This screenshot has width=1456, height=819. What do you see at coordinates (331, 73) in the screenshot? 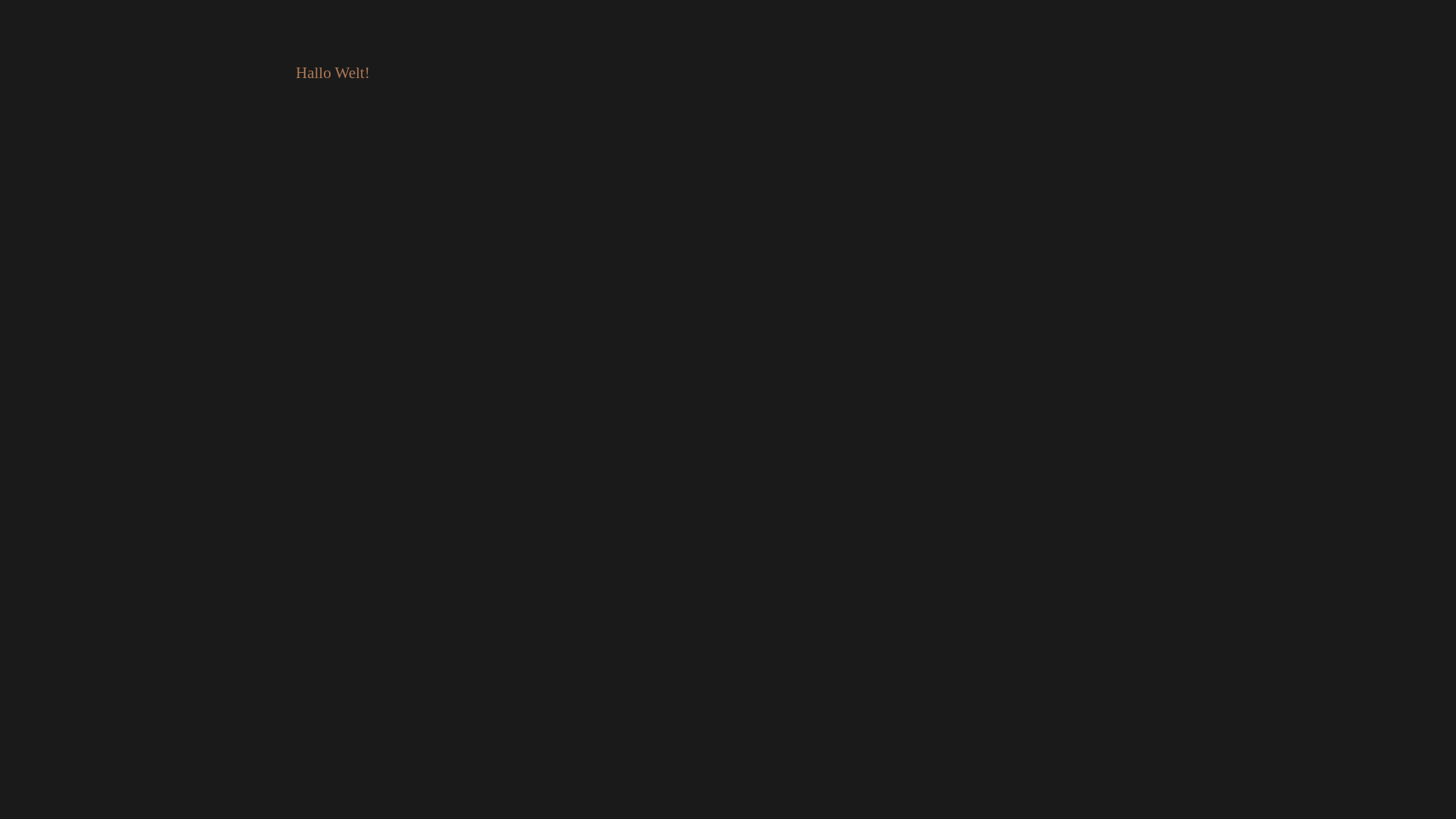
I see `'Hallo Welt!'` at bounding box center [331, 73].